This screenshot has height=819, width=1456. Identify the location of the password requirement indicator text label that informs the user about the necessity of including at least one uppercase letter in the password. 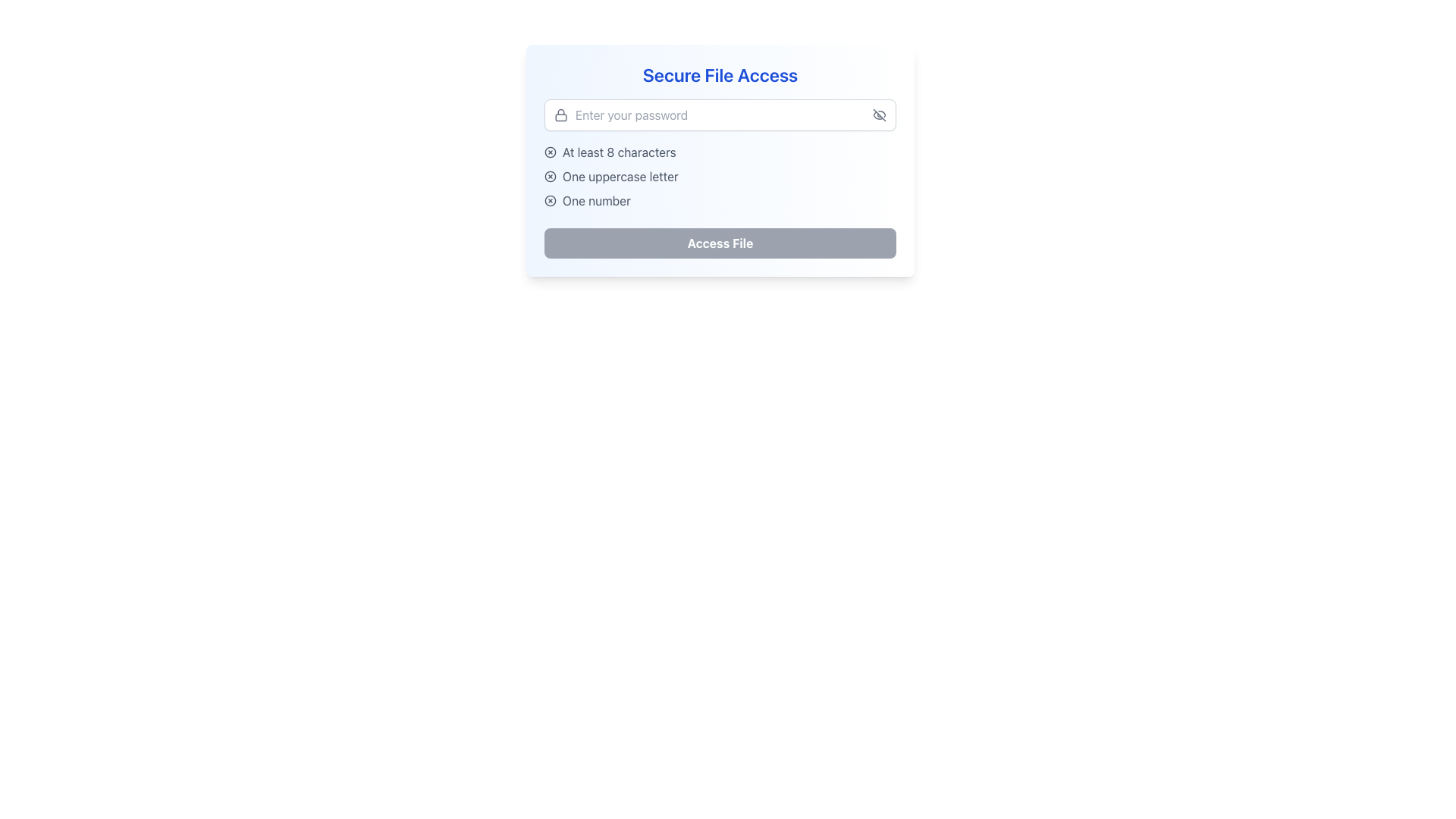
(620, 175).